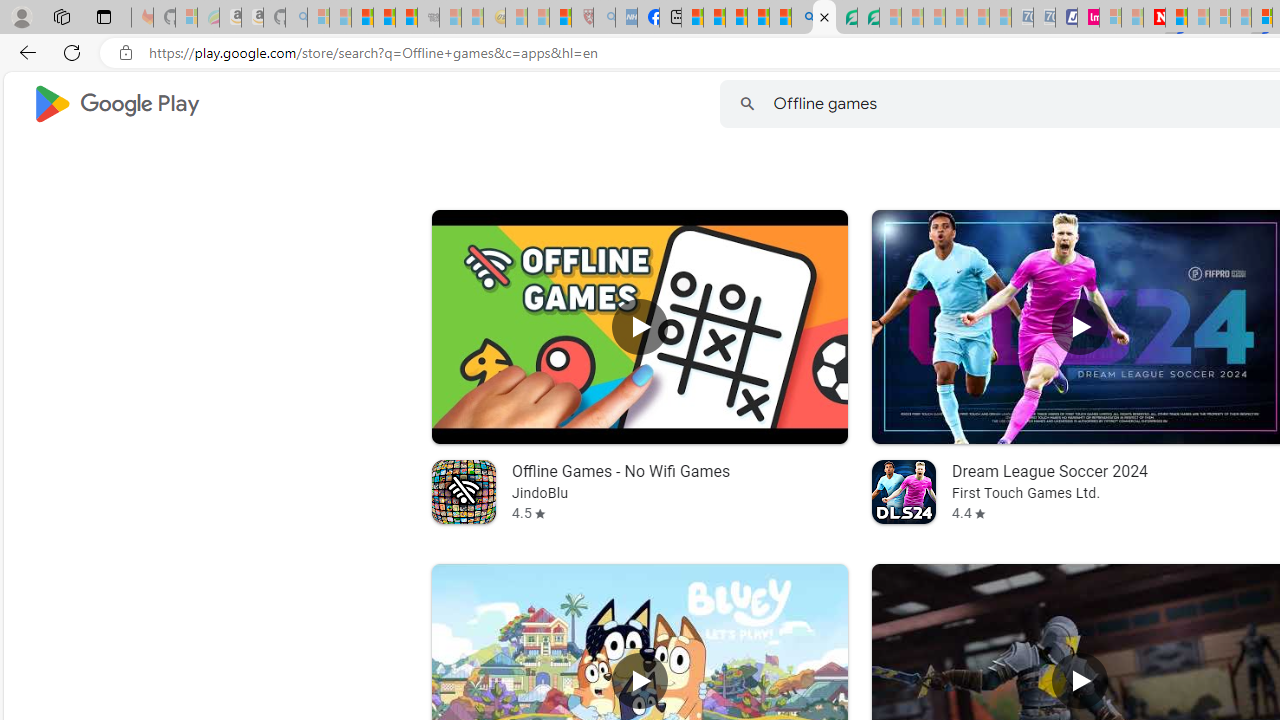  What do you see at coordinates (802, 17) in the screenshot?
I see `'google - Search'` at bounding box center [802, 17].